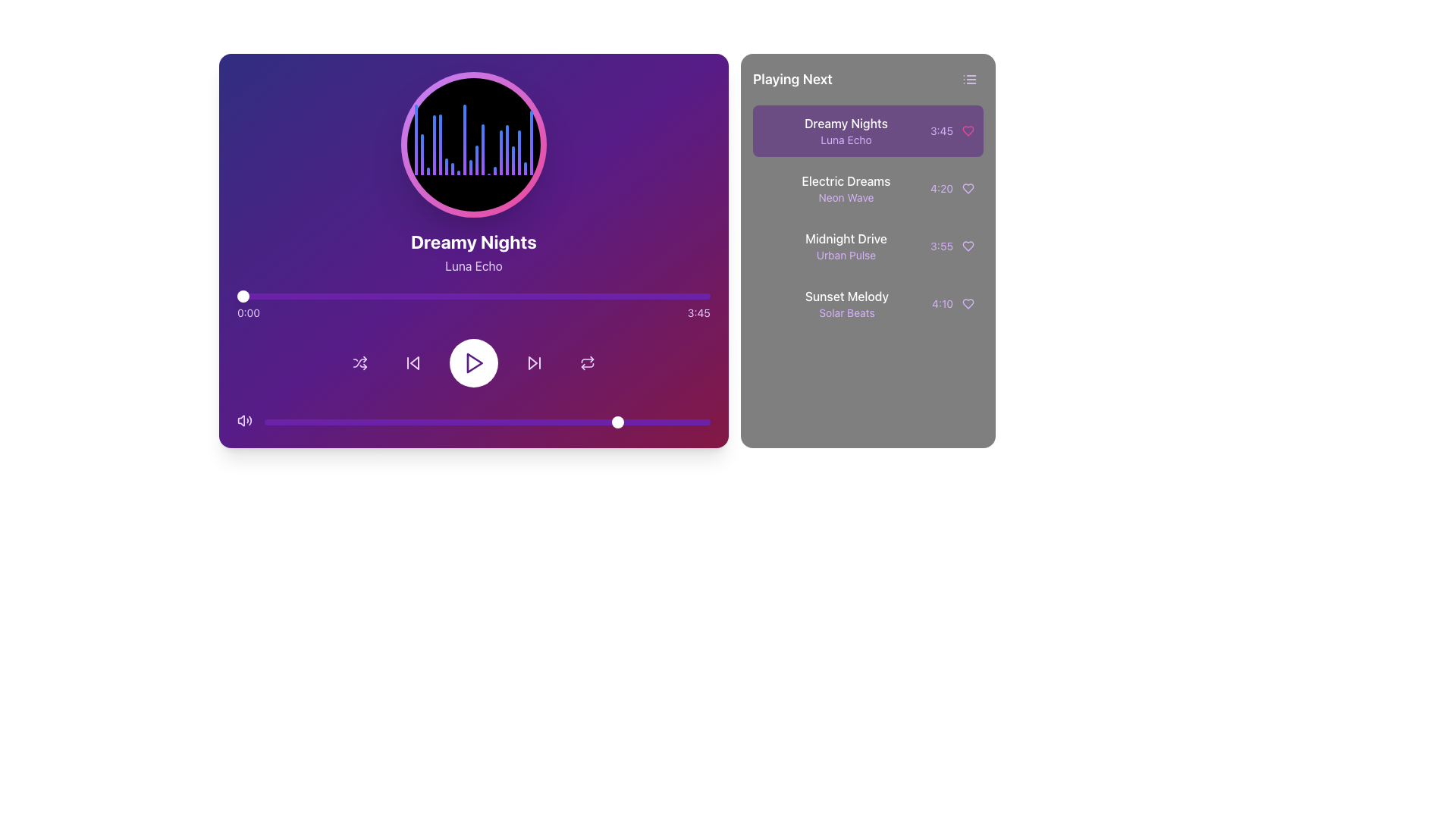 This screenshot has width=1456, height=819. Describe the element at coordinates (952, 245) in the screenshot. I see `the heart icon next to the '3:55' Duration display in purple, part of the 'Midnight Drive' entry under 'Playing Next'` at that location.